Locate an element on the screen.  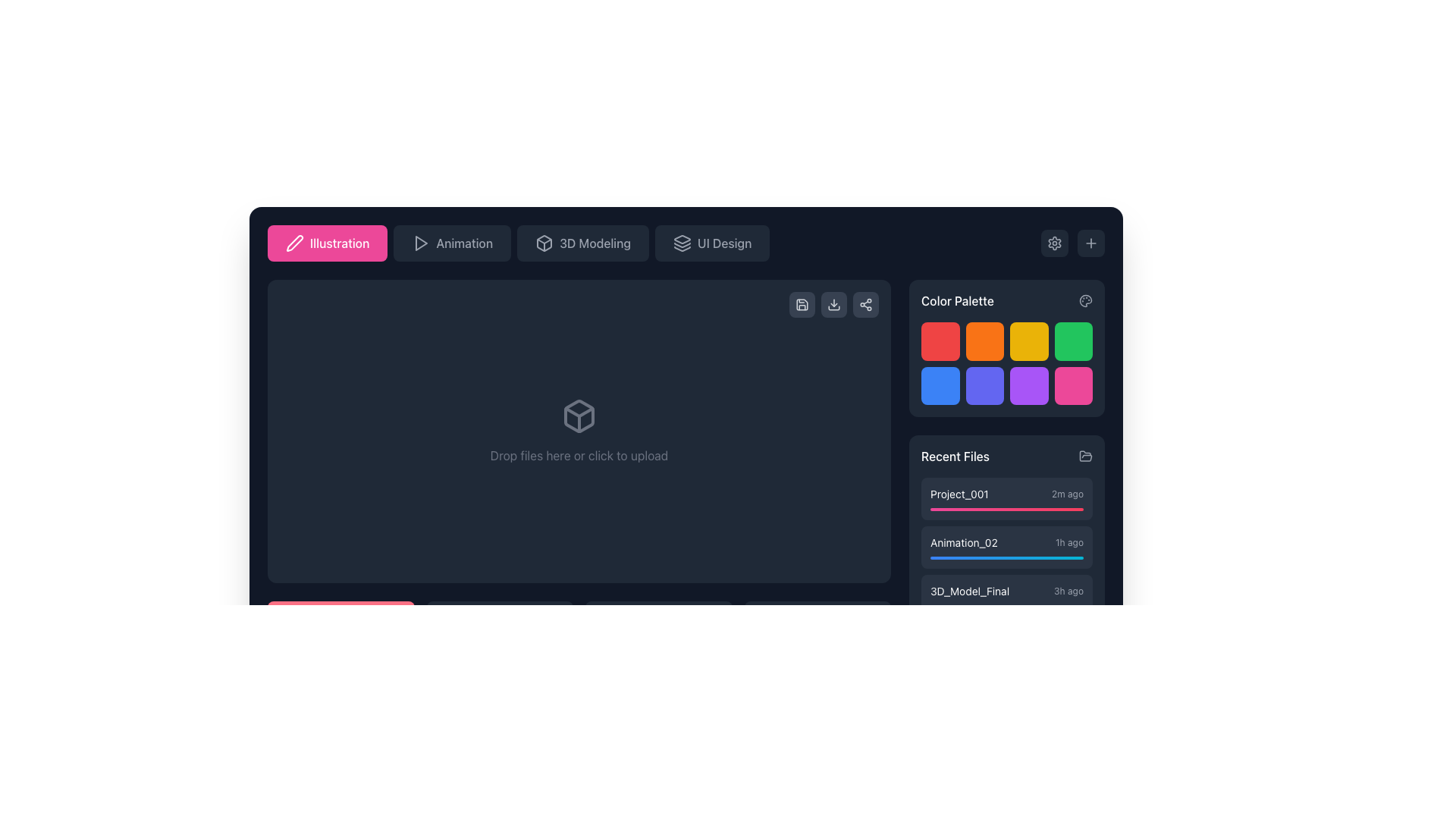
the Progress bar element located directly below the '3D_Model_Final 3h ago' text in the 'Recent Files' section of the right sidebar is located at coordinates (1007, 605).